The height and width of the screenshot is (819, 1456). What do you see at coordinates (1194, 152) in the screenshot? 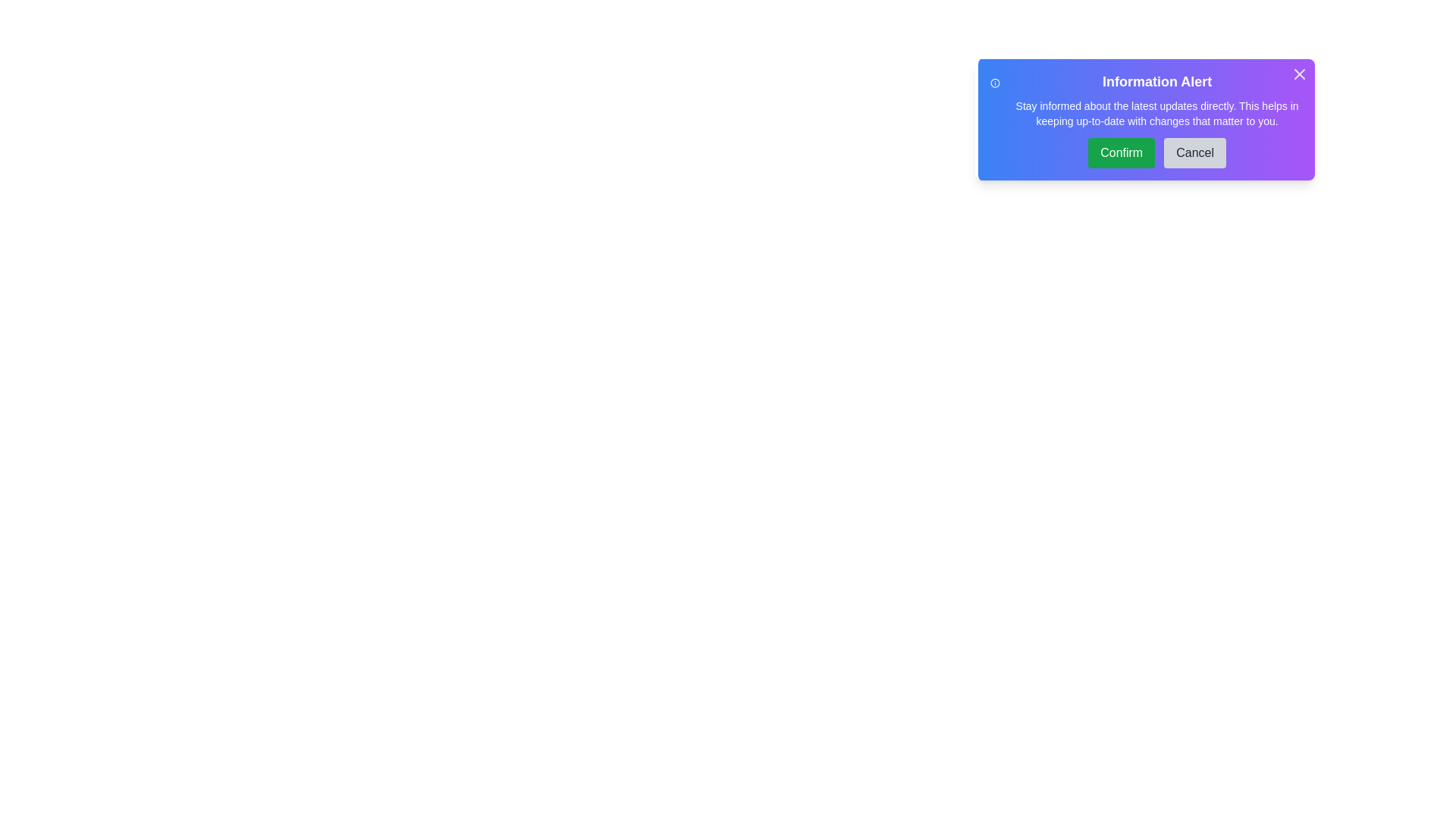
I see `the 'Cancel' button to dismiss the alert` at bounding box center [1194, 152].